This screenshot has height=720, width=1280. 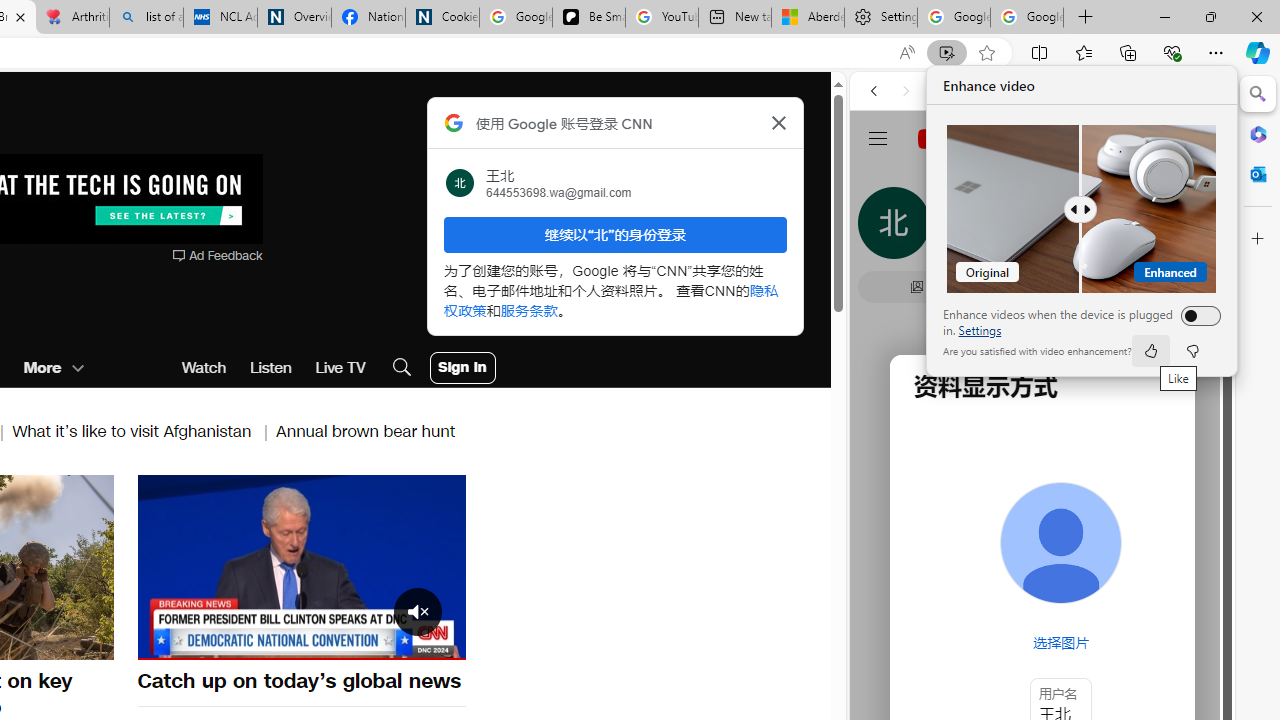 I want to click on 'Fullscreen', so click(x=437, y=643).